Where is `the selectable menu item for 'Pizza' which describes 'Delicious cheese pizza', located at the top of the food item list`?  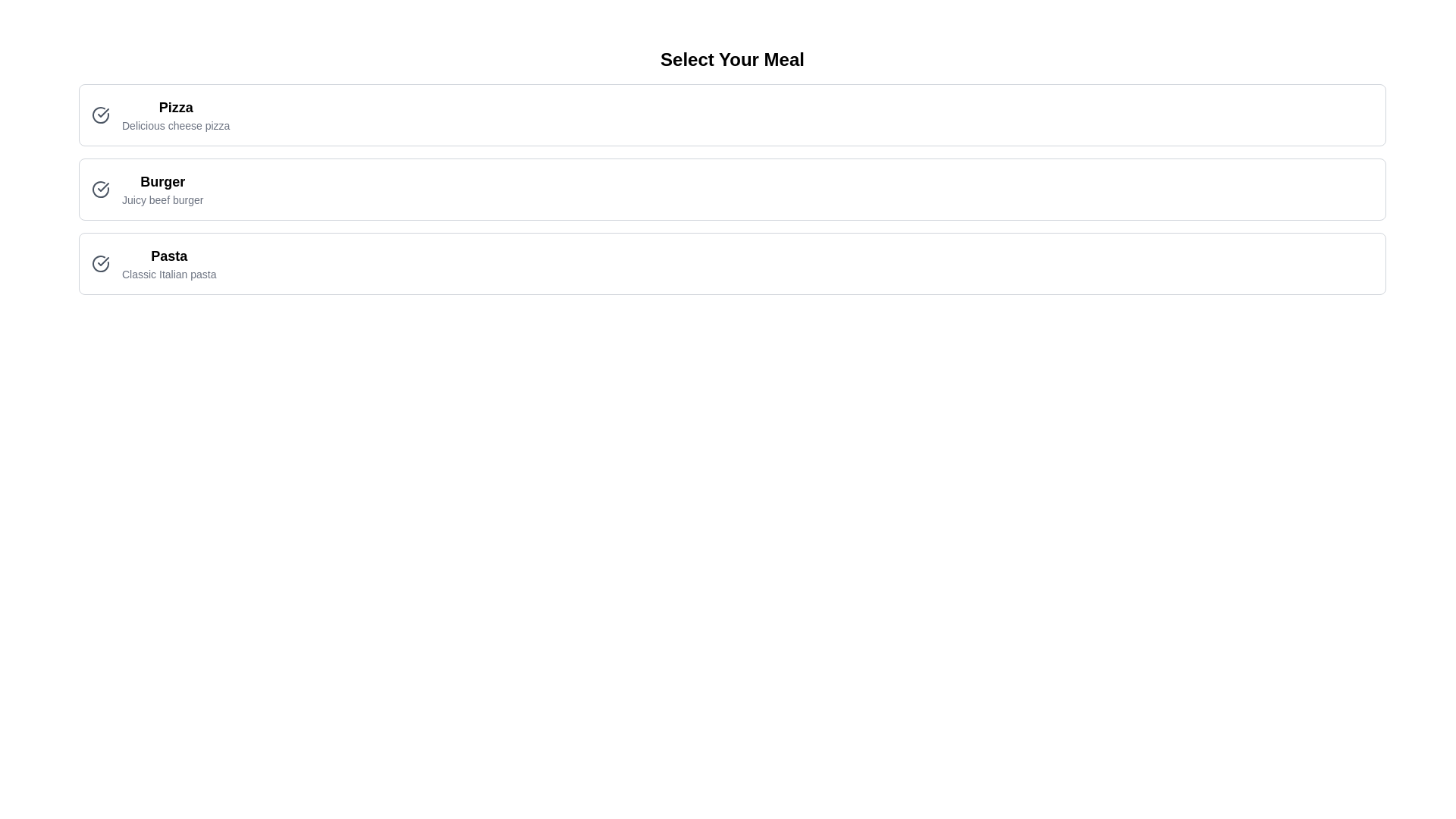
the selectable menu item for 'Pizza' which describes 'Delicious cheese pizza', located at the top of the food item list is located at coordinates (161, 114).